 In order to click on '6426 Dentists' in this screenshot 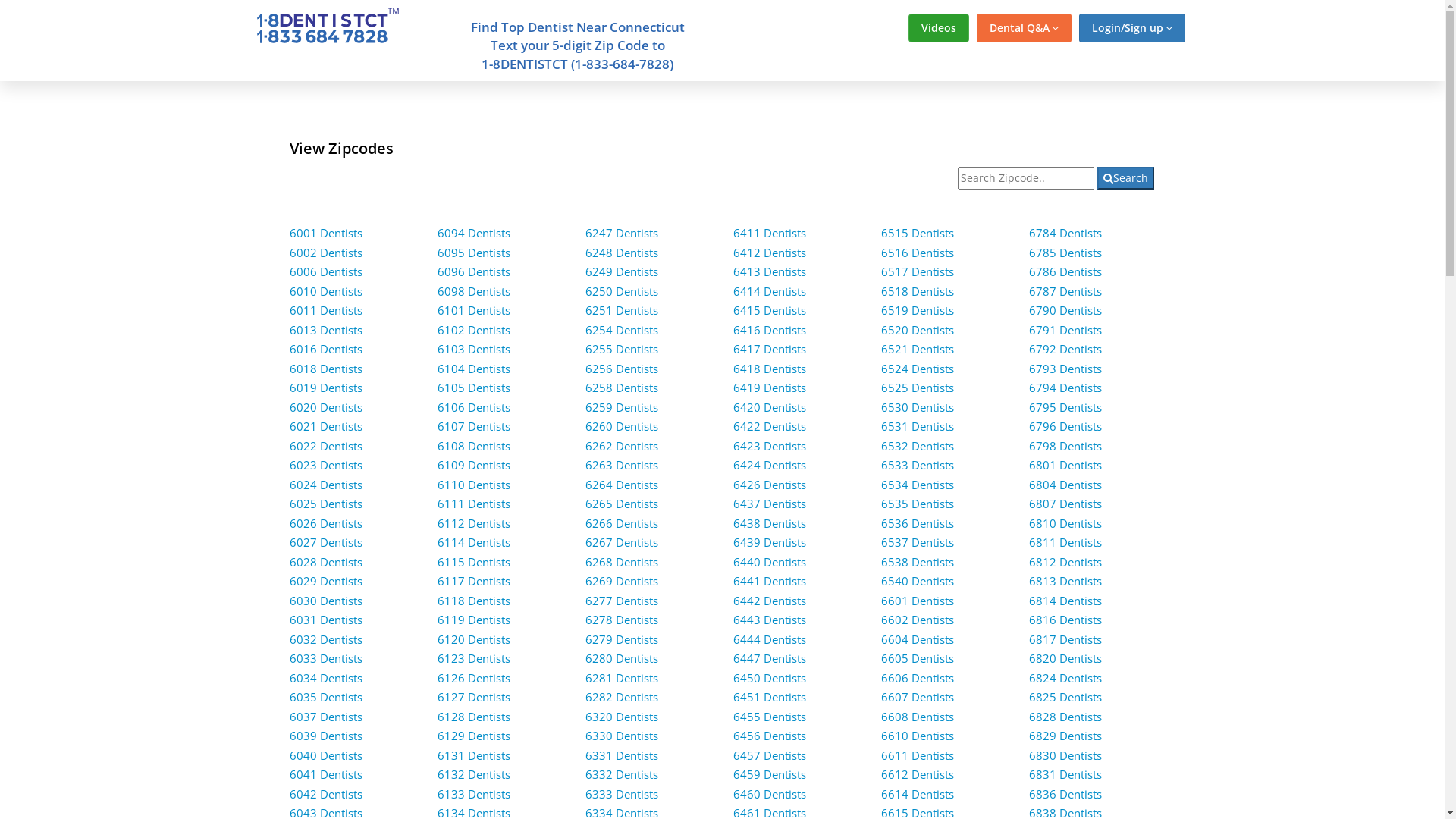, I will do `click(733, 485)`.